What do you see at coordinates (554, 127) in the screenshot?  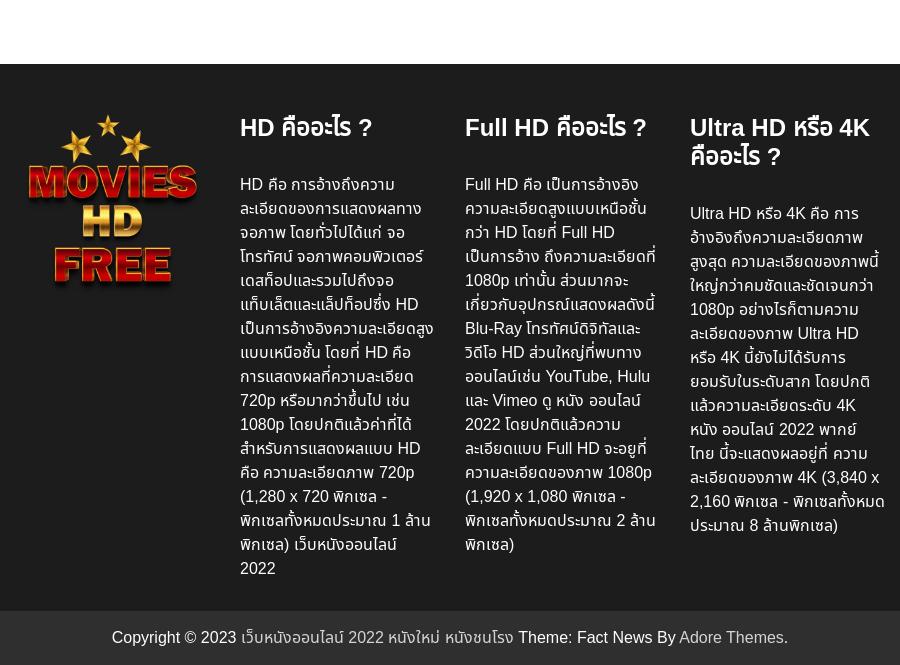 I see `'Full HD คืออะไร ?'` at bounding box center [554, 127].